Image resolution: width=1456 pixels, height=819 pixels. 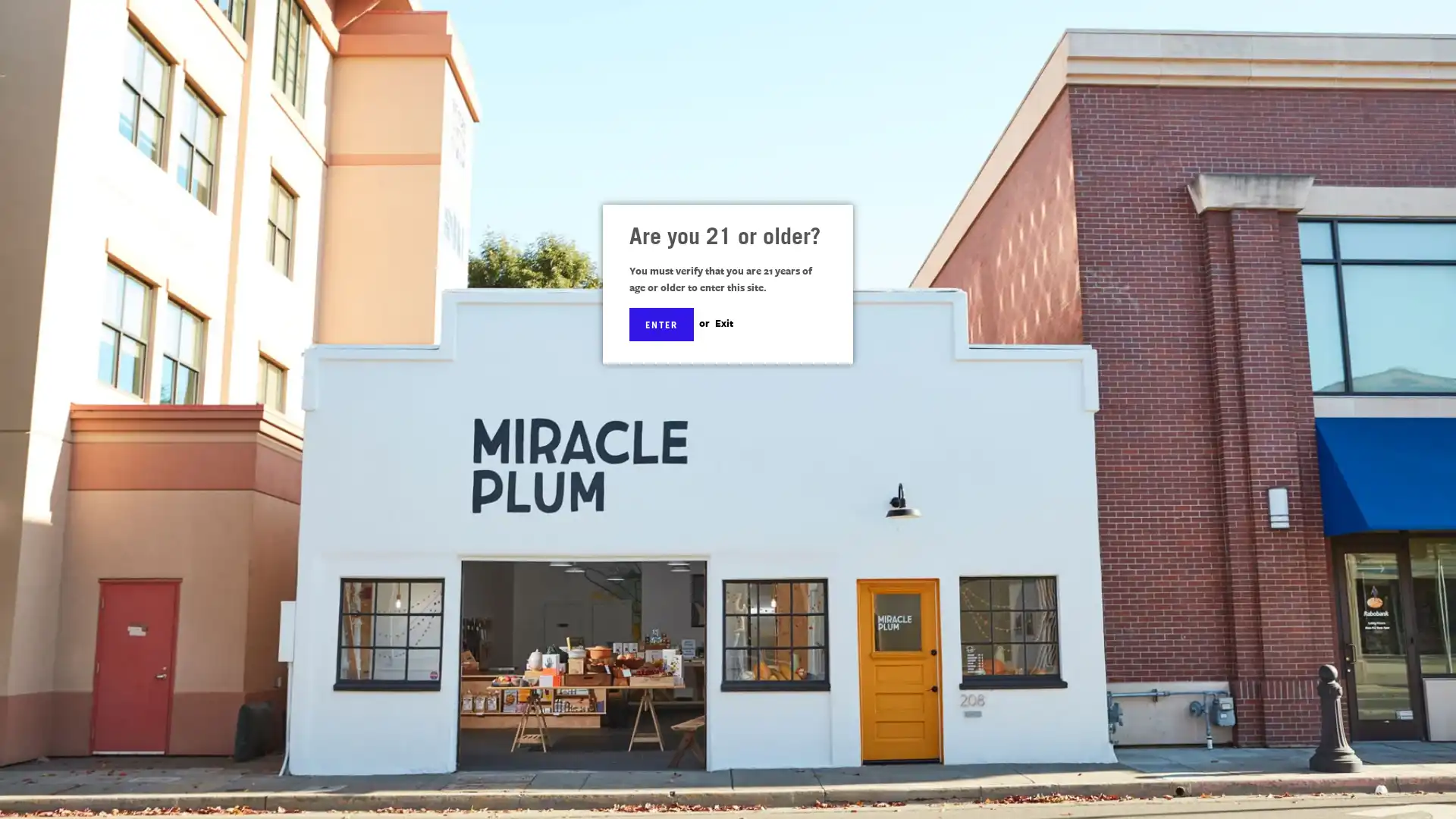 What do you see at coordinates (415, 760) in the screenshot?
I see `Subscribe` at bounding box center [415, 760].